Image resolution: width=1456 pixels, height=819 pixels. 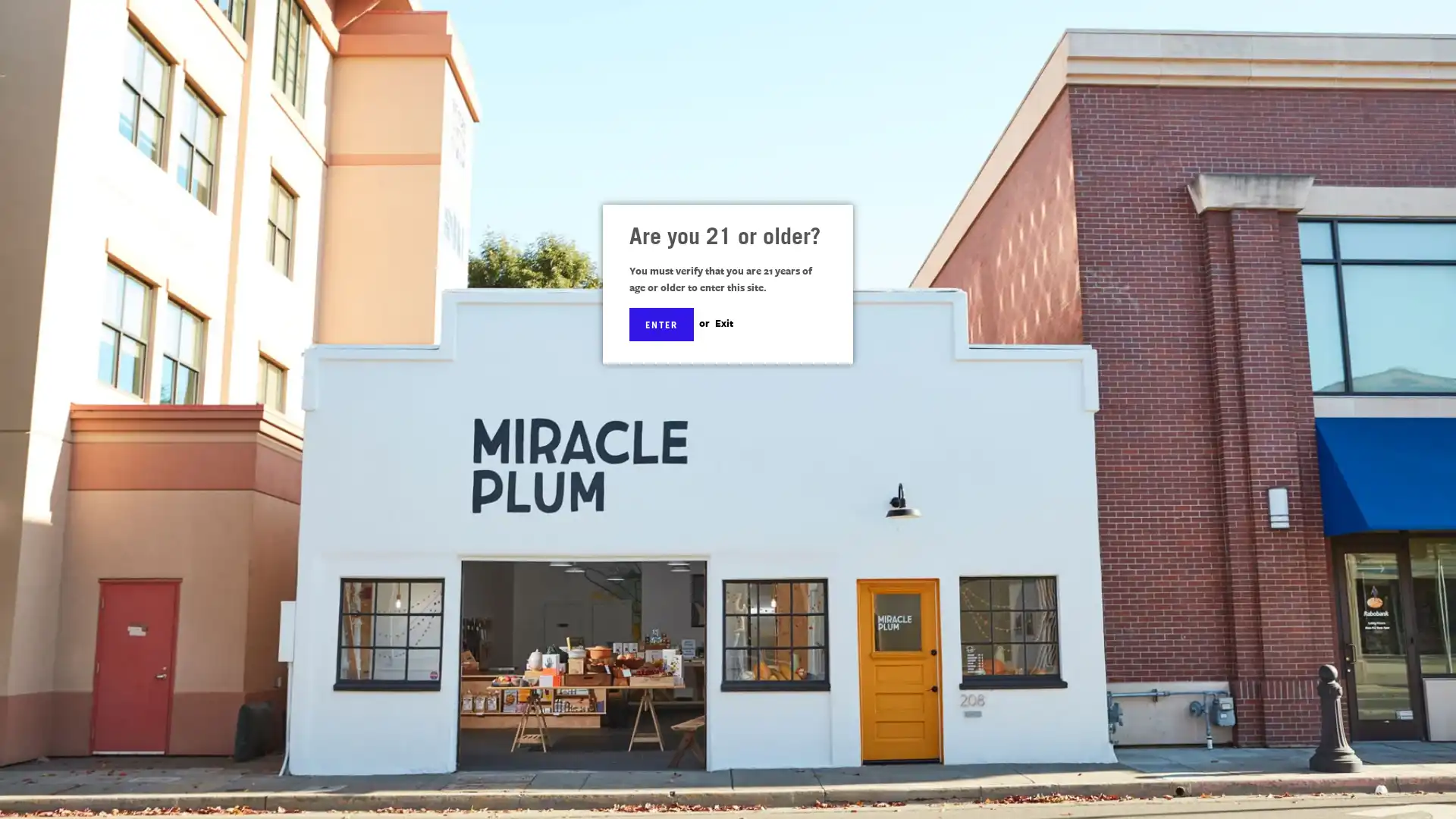 What do you see at coordinates (415, 760) in the screenshot?
I see `Subscribe` at bounding box center [415, 760].